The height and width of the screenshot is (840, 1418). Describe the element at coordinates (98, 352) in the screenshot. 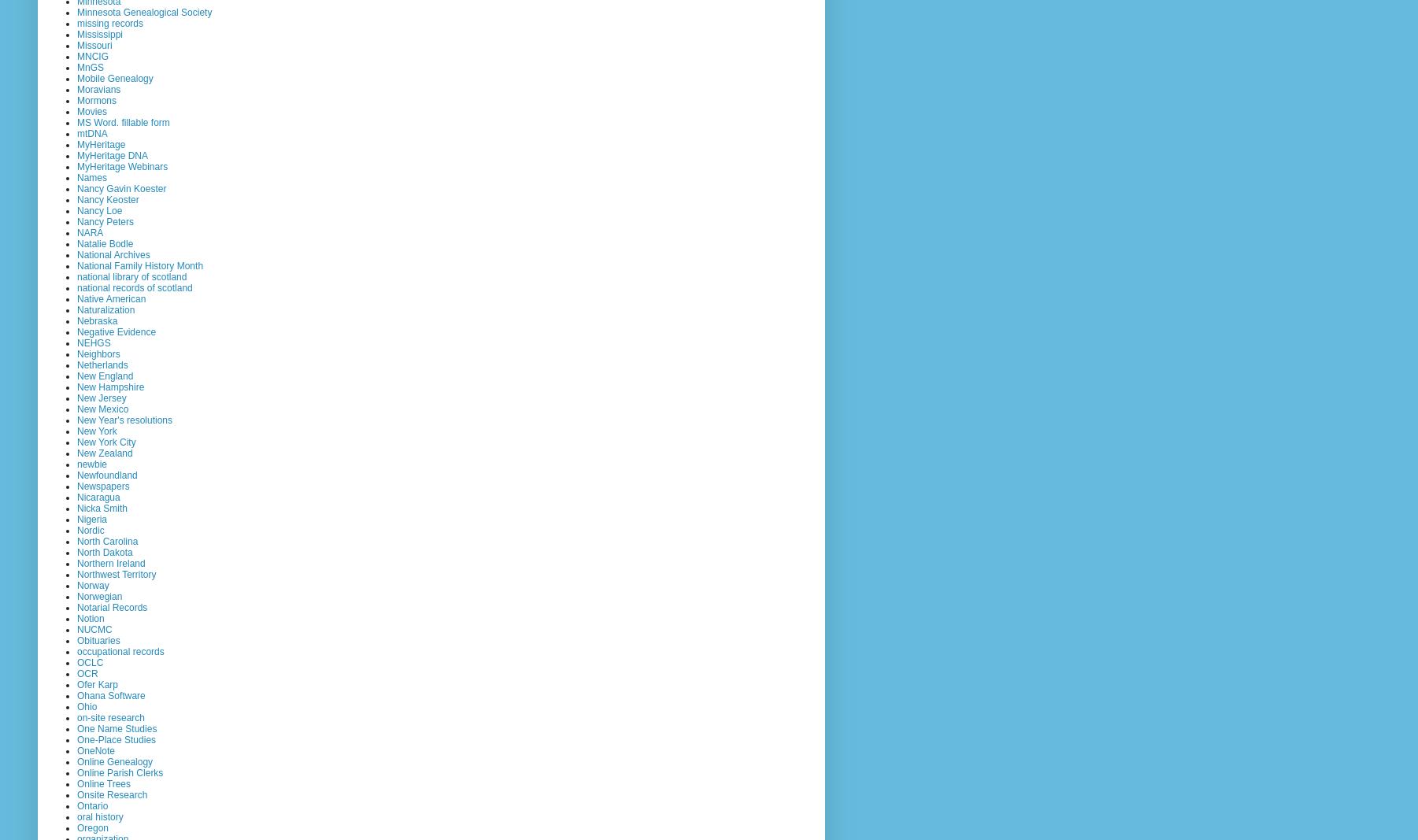

I see `'Neighbors'` at that location.